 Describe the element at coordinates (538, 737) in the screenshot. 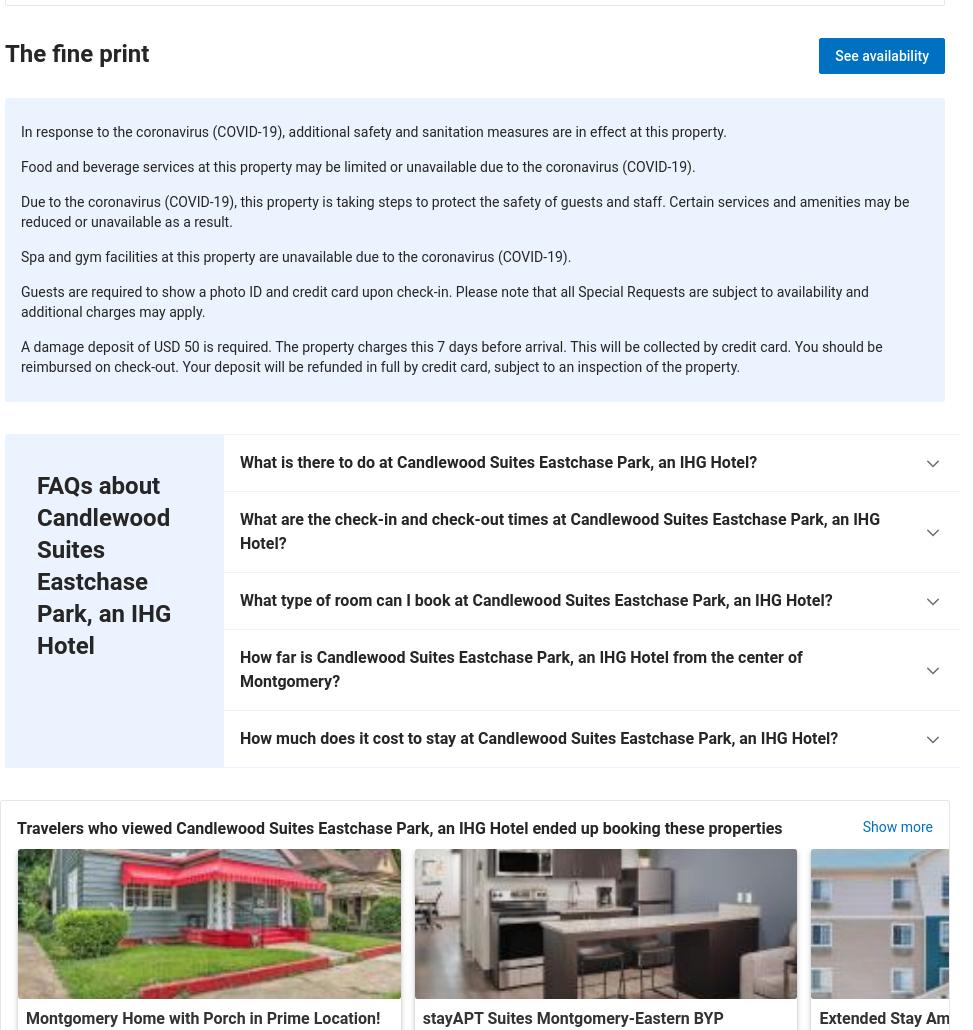

I see `'How much does it cost to stay at Candlewood Suites Eastchase Park, an IHG Hotel?'` at that location.